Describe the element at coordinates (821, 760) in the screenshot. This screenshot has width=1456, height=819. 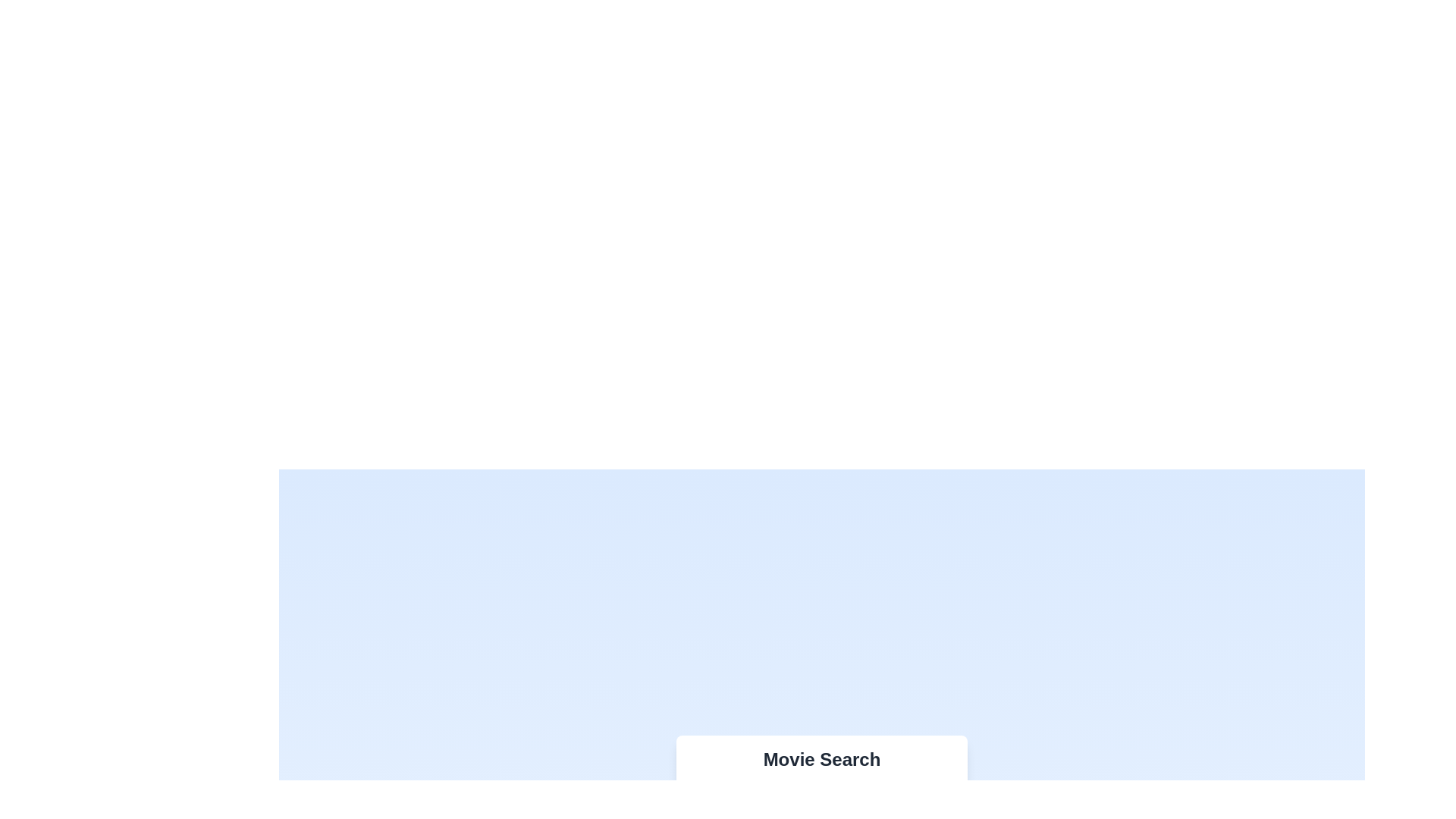
I see `the 'Movie Search' text label, which serves as the primary heading for the associated section of the interface` at that location.